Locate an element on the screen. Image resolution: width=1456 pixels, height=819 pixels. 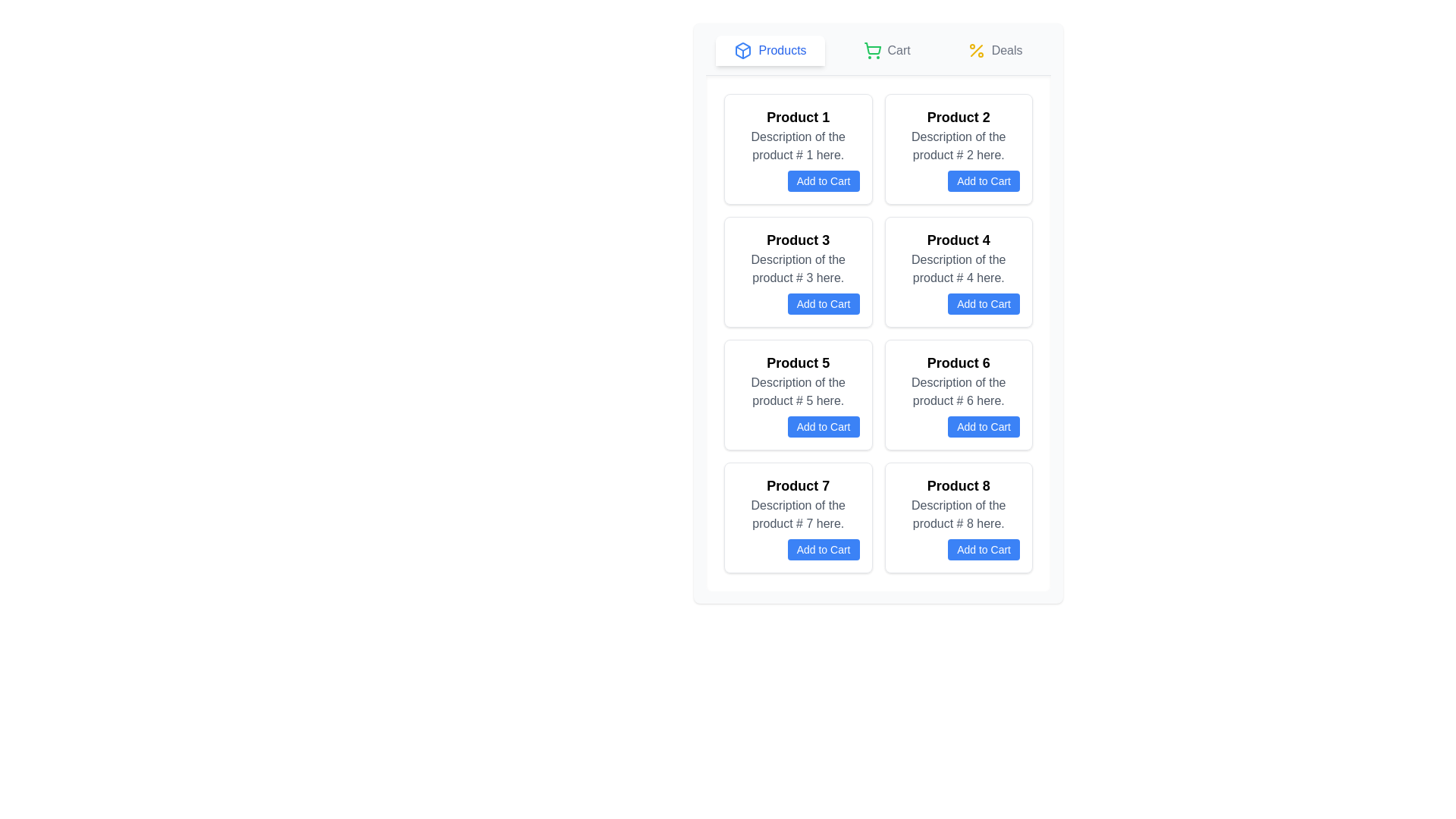
the 'Add Product 8' button located in the bottom-right corner of the 'Product 8' card is located at coordinates (958, 550).